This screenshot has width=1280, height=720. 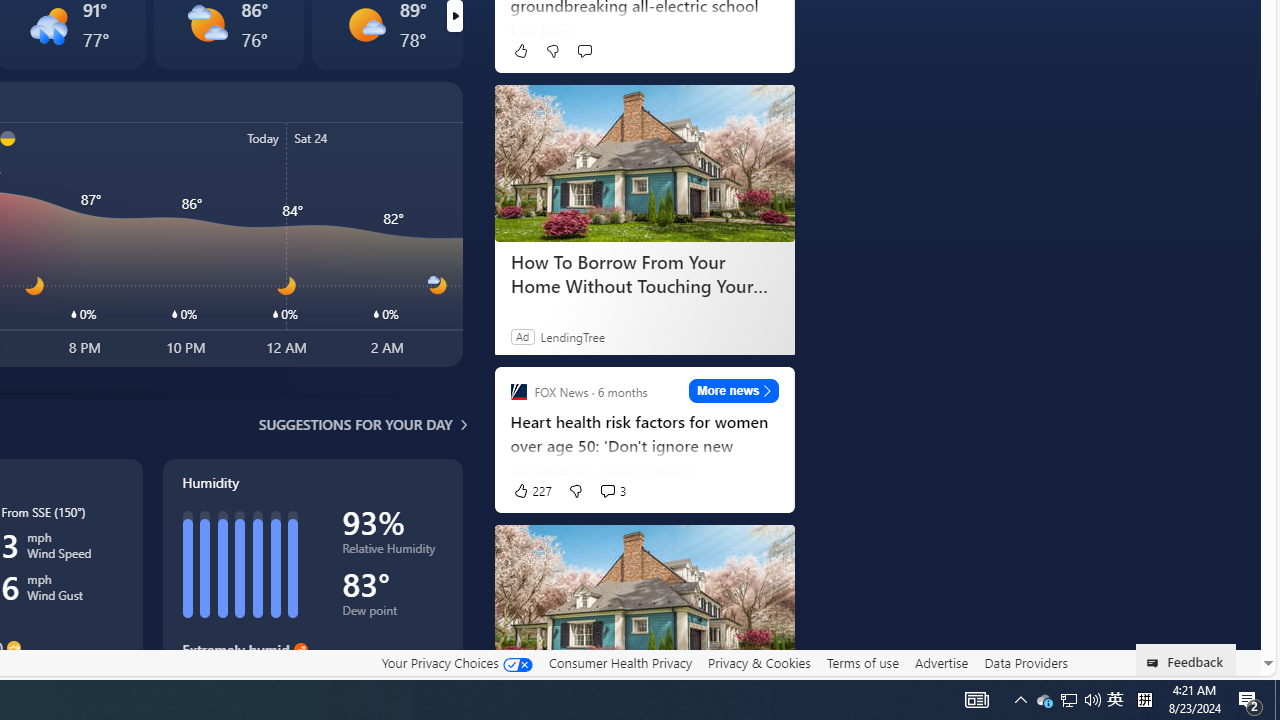 I want to click on 'Your Privacy Choices', so click(x=455, y=663).